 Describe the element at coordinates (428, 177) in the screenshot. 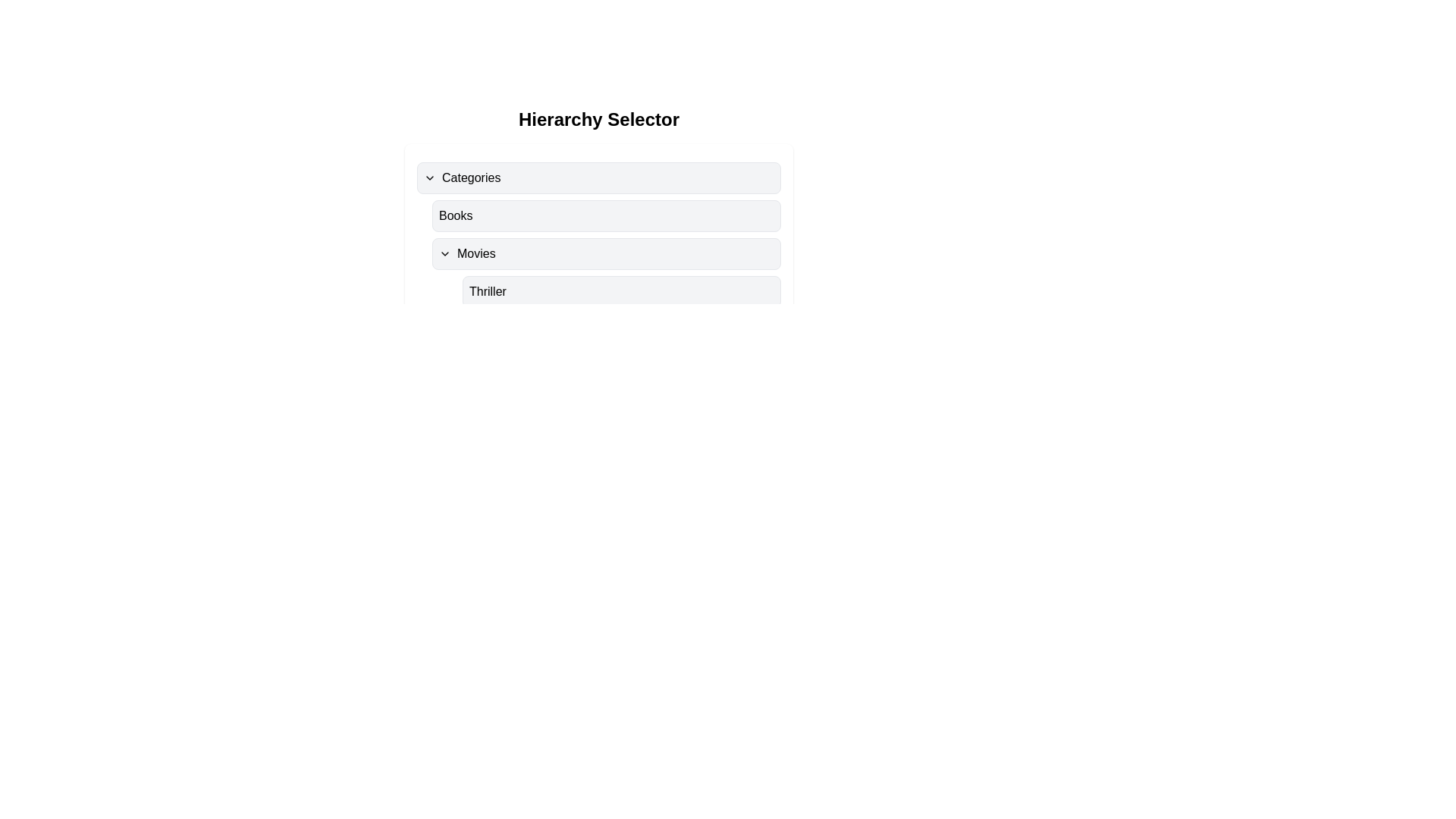

I see `the downward-facing chevron icon adjacent to the text 'Categories'` at that location.